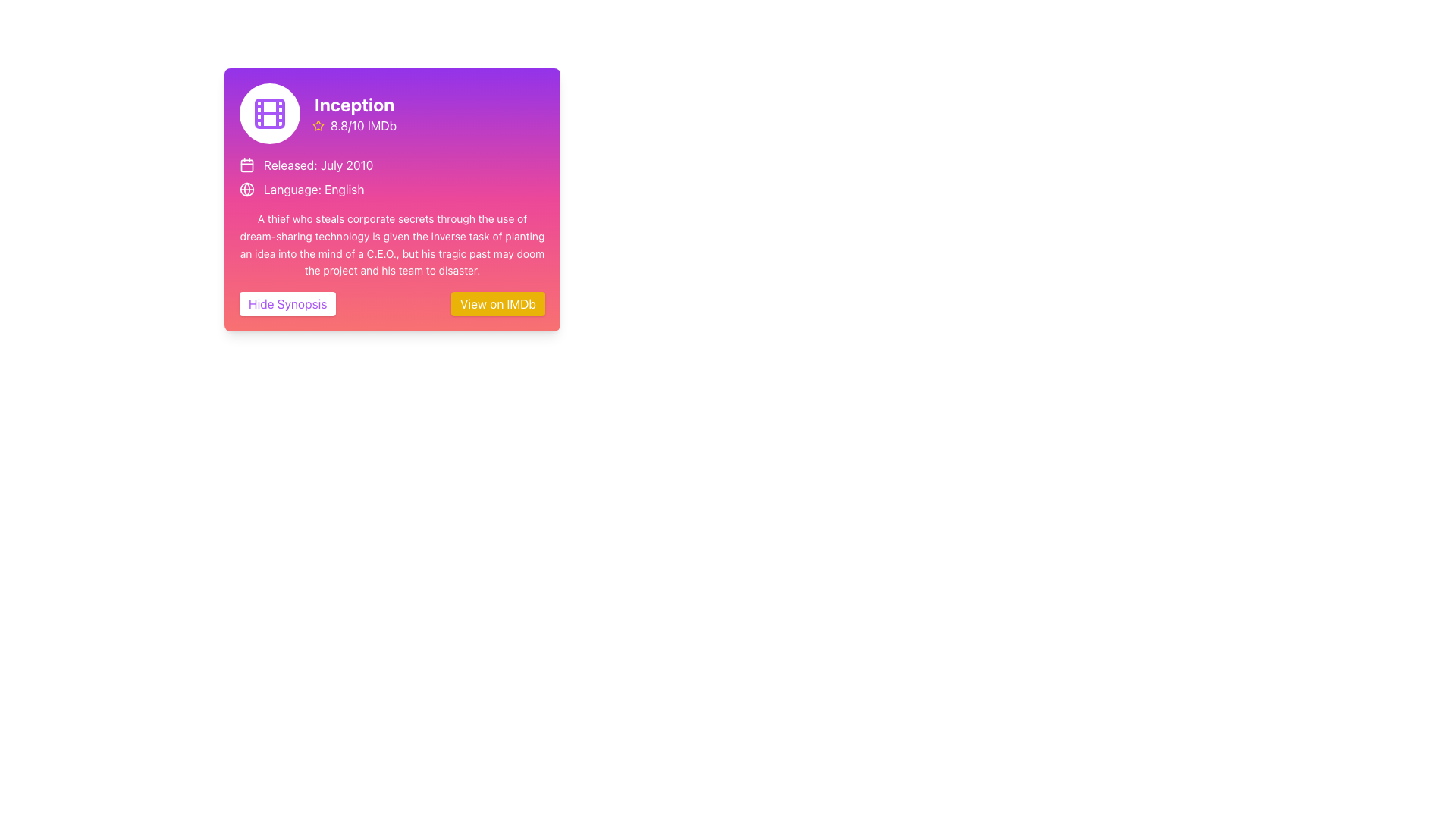  Describe the element at coordinates (287, 304) in the screenshot. I see `the rectangular button labeled 'Hide Synopsis' in purple to hide the synopsis` at that location.